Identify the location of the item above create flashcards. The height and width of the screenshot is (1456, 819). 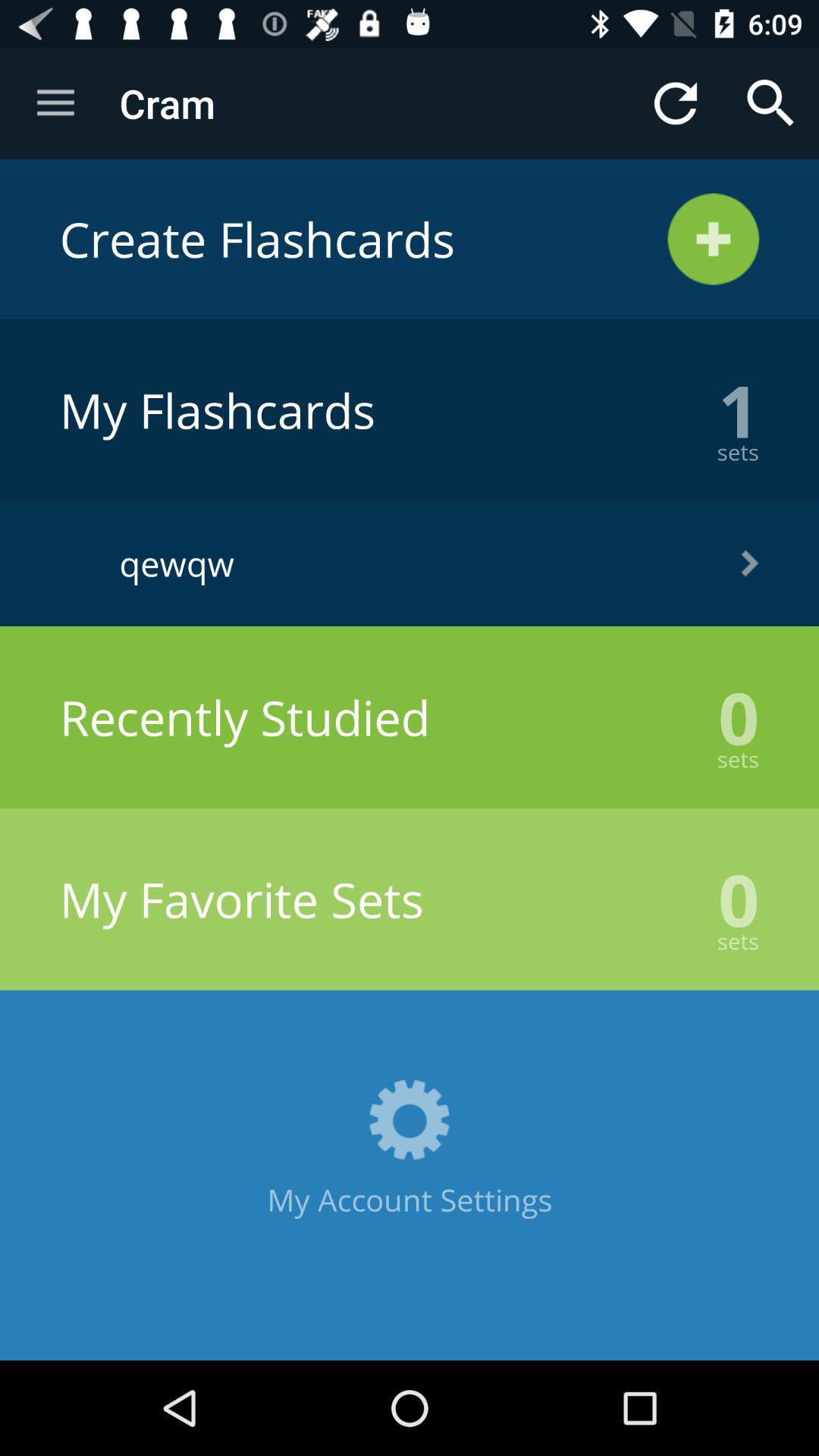
(55, 102).